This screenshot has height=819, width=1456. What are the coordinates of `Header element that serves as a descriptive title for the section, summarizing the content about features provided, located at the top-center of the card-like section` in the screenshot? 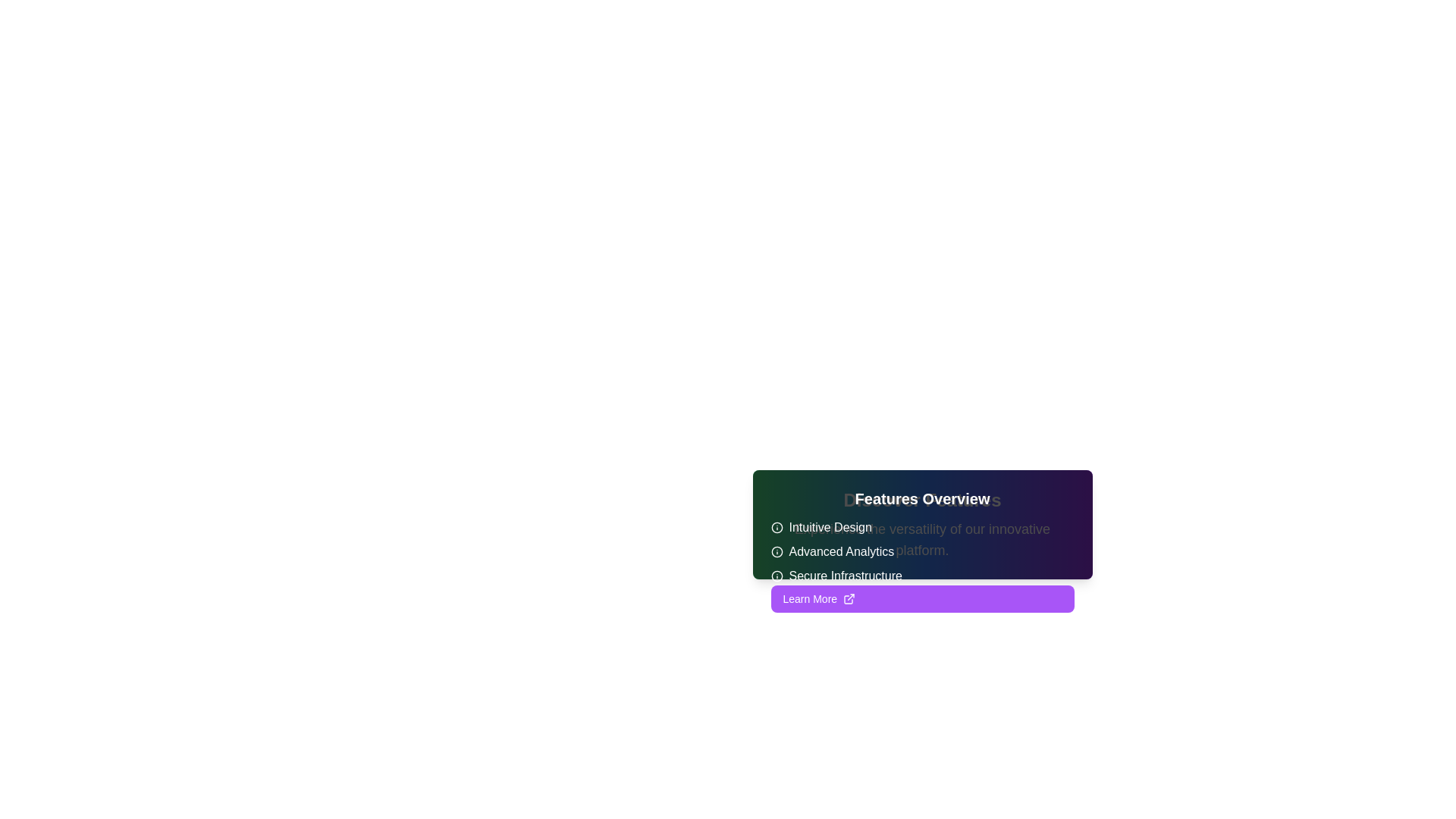 It's located at (921, 499).